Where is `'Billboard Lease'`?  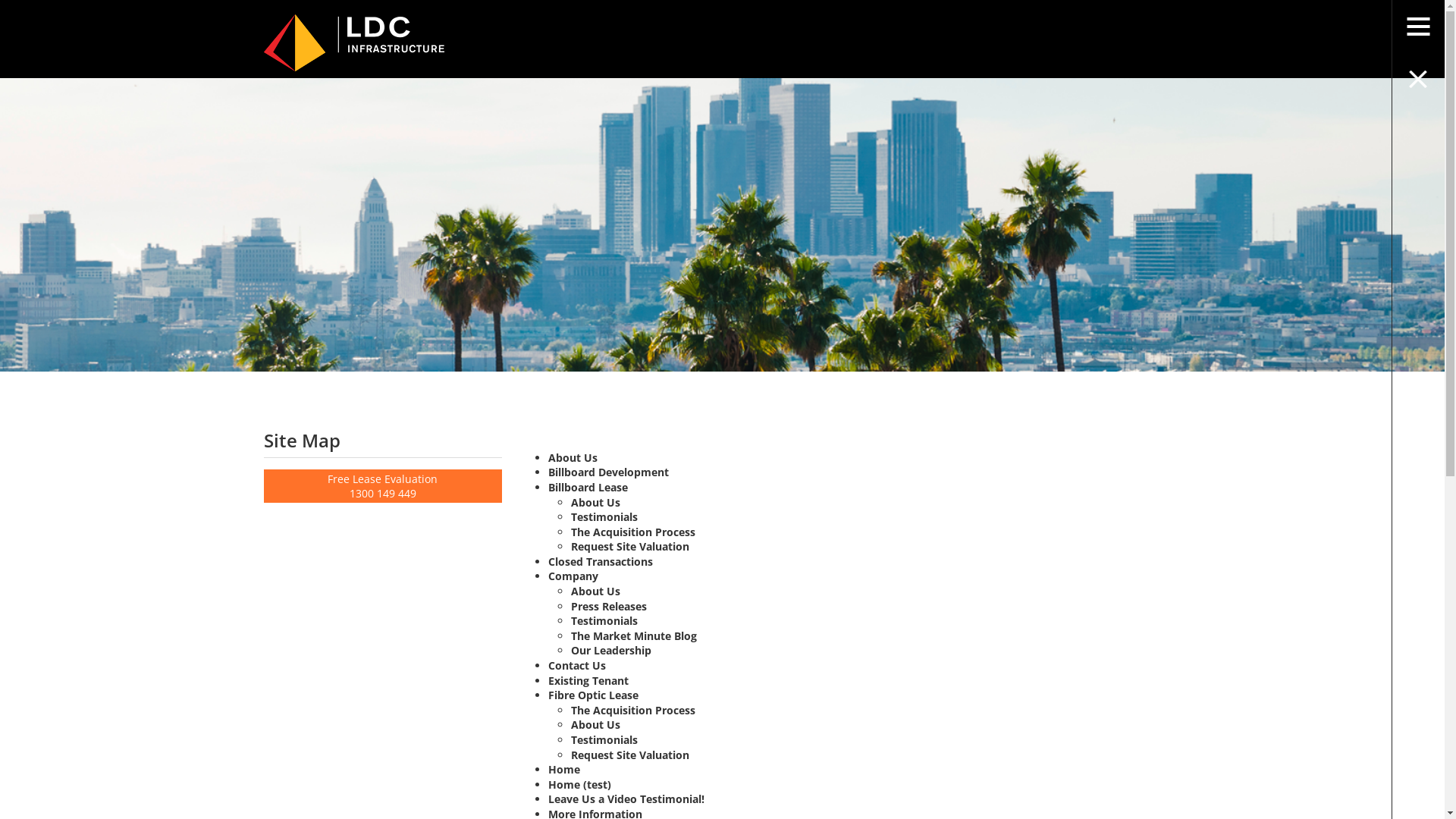 'Billboard Lease' is located at coordinates (587, 487).